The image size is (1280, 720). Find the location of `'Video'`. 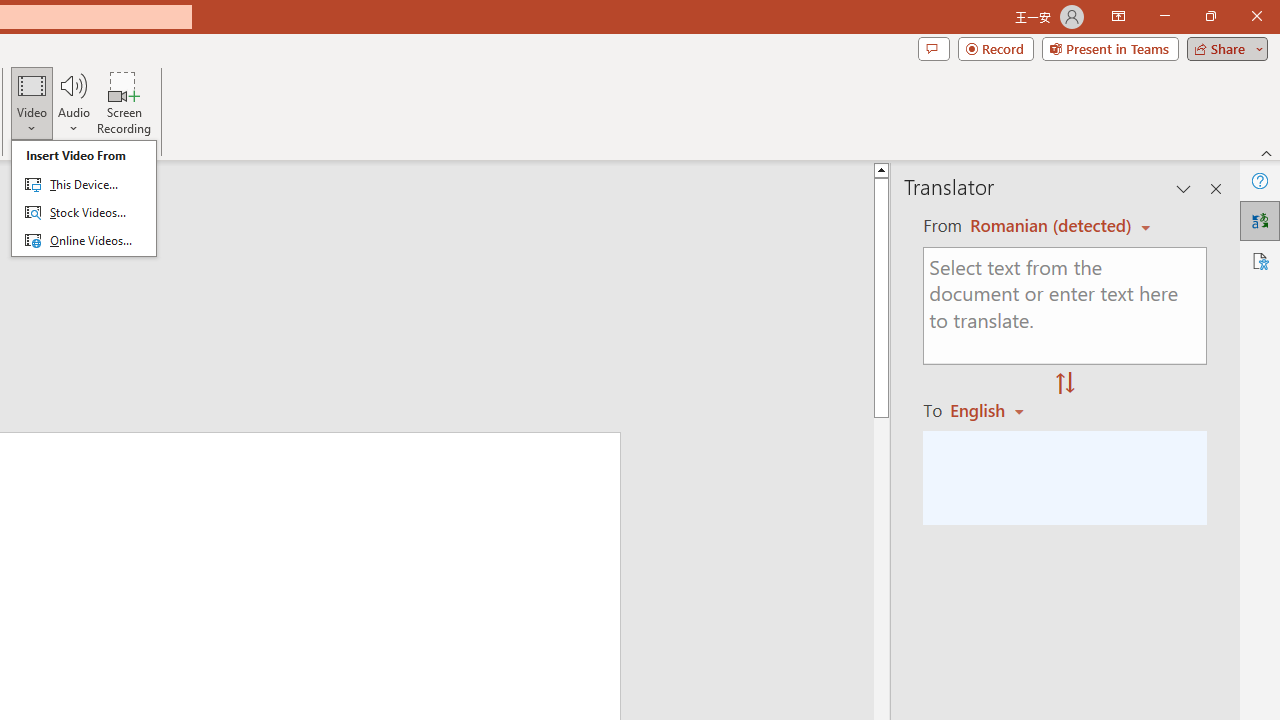

'Video' is located at coordinates (32, 103).